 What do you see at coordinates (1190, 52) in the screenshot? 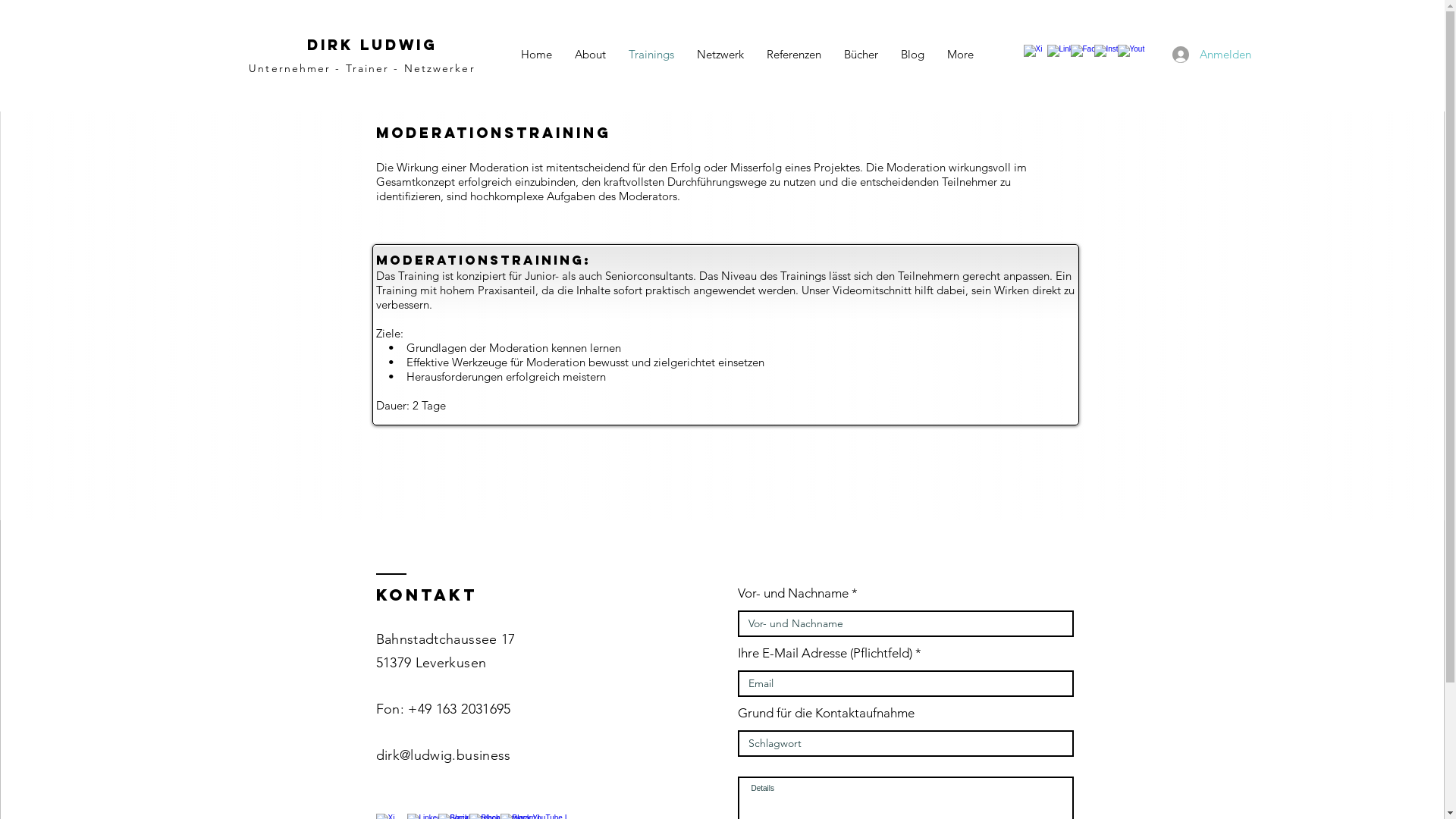
I see `'Anmelden'` at bounding box center [1190, 52].